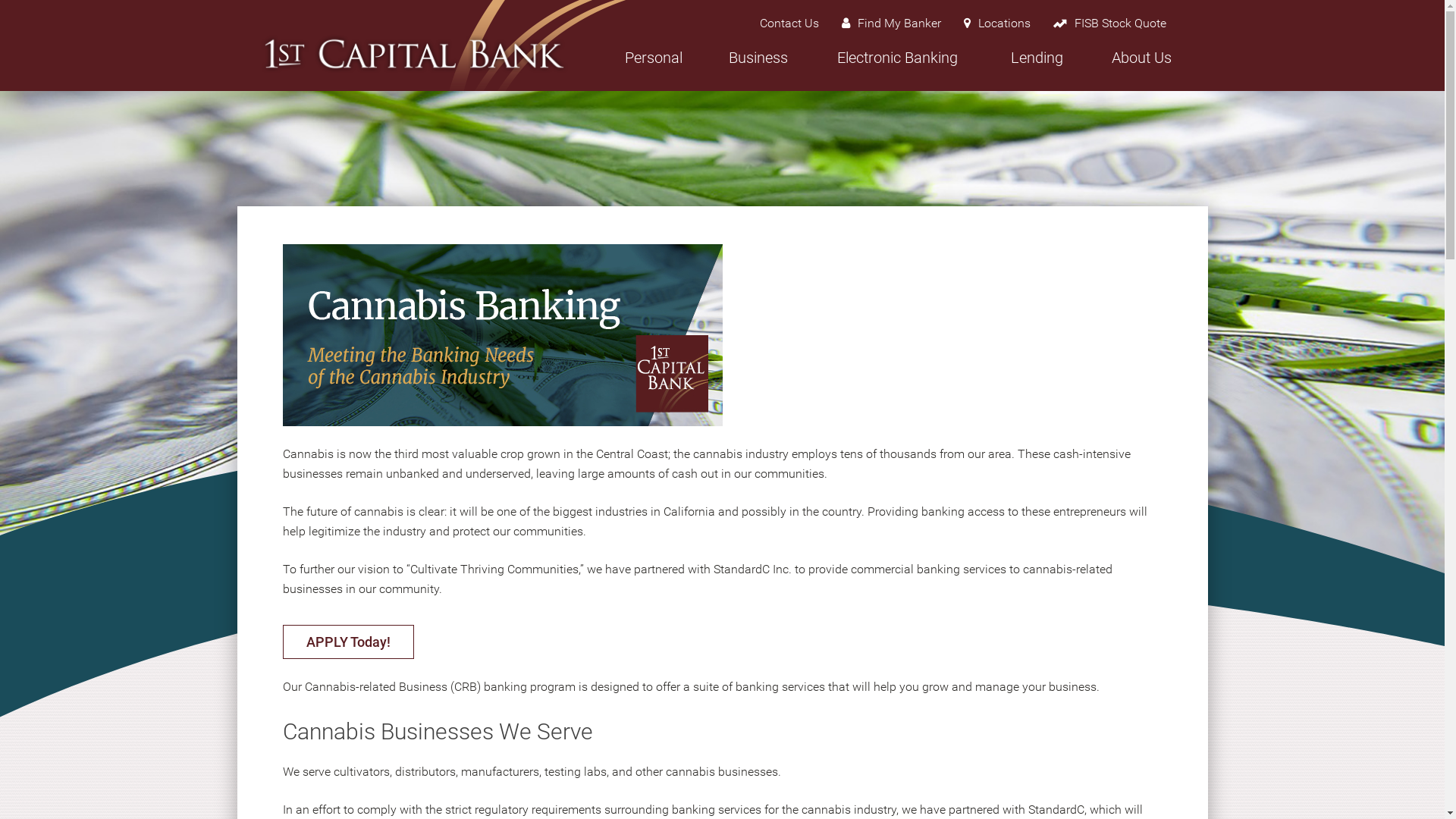 The image size is (1456, 819). I want to click on 'Find My Banker', so click(829, 23).